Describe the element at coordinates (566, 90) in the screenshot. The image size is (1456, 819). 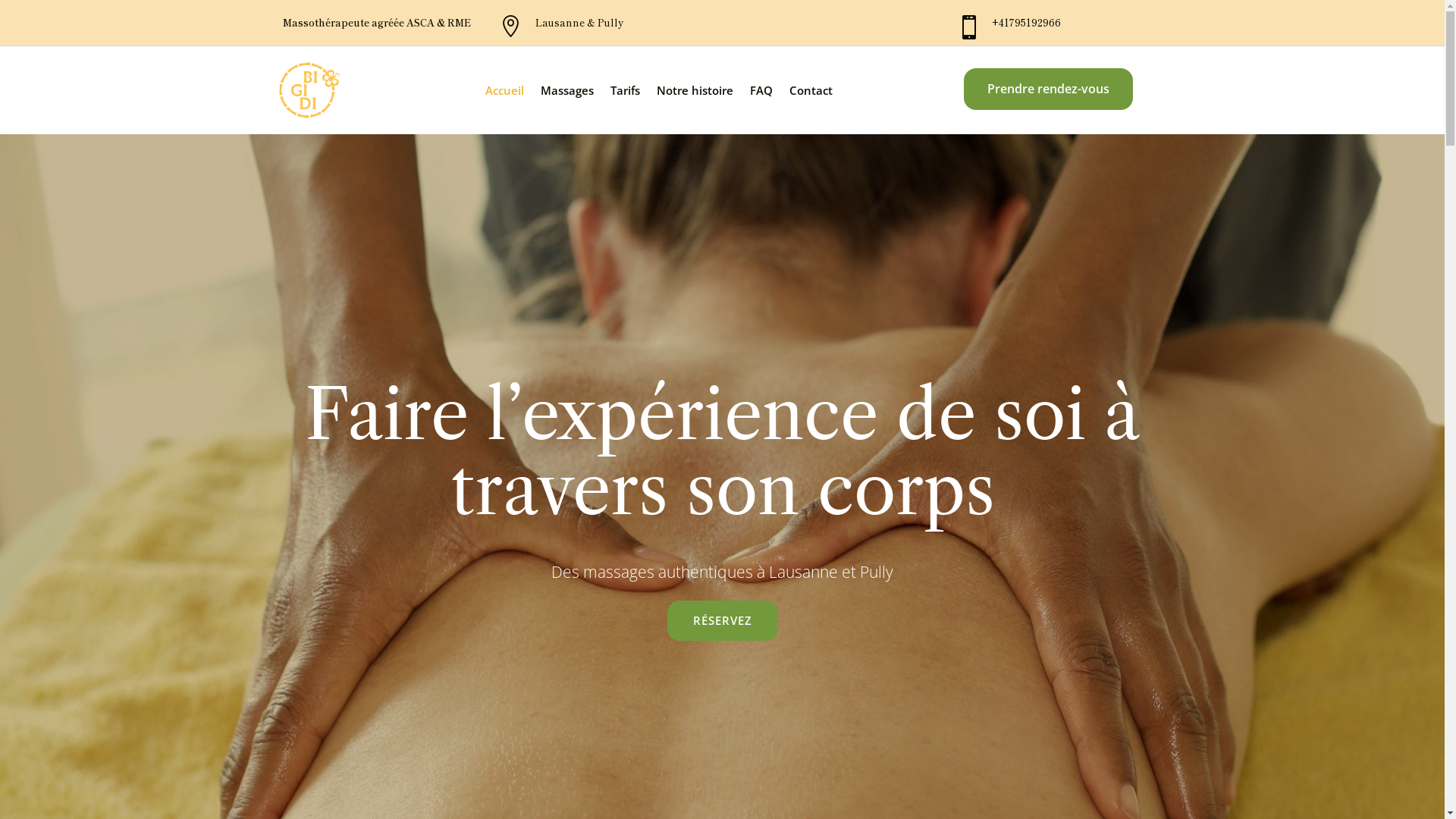
I see `'Massages'` at that location.